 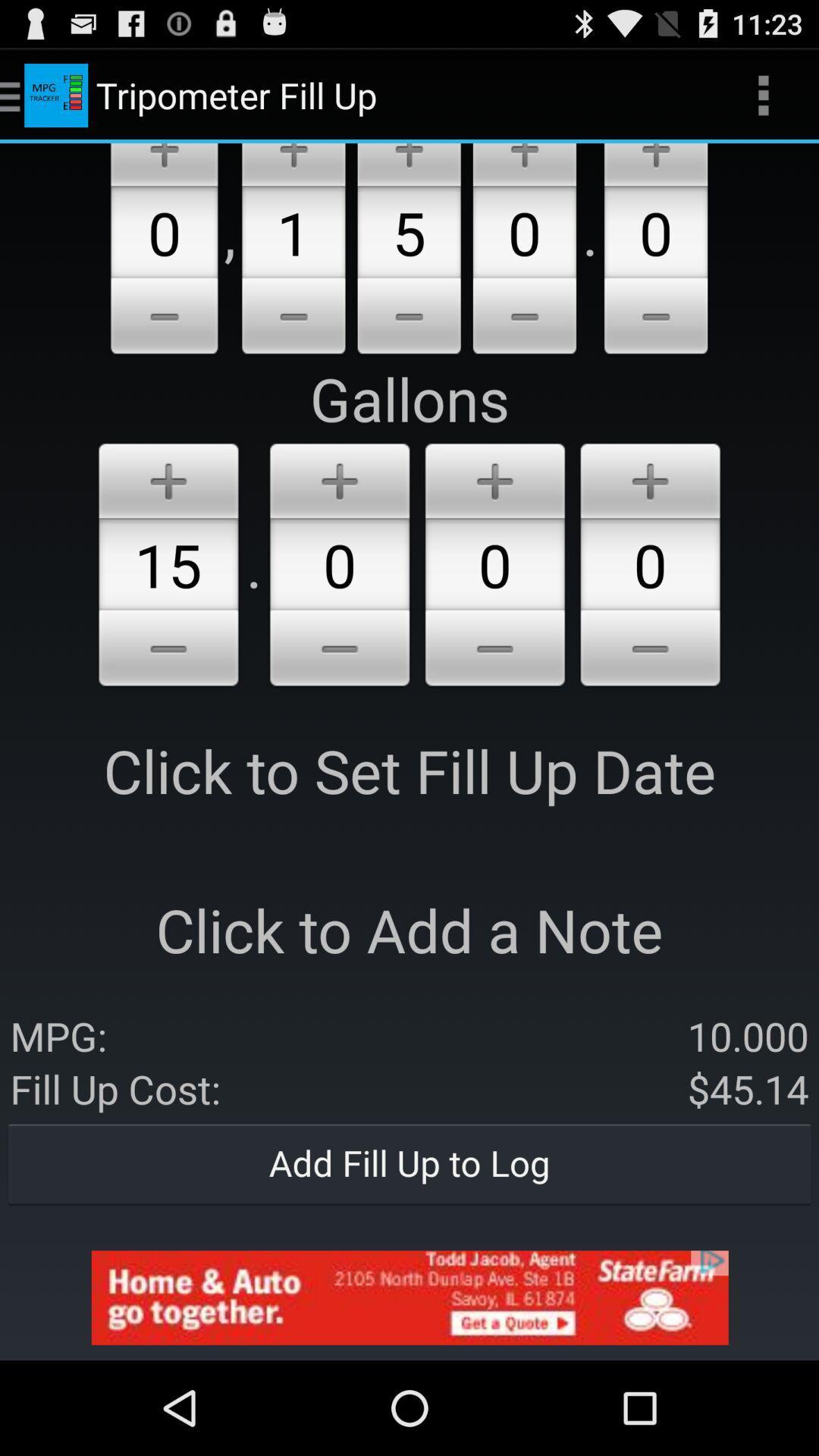 I want to click on the additional gallons, so click(x=655, y=165).